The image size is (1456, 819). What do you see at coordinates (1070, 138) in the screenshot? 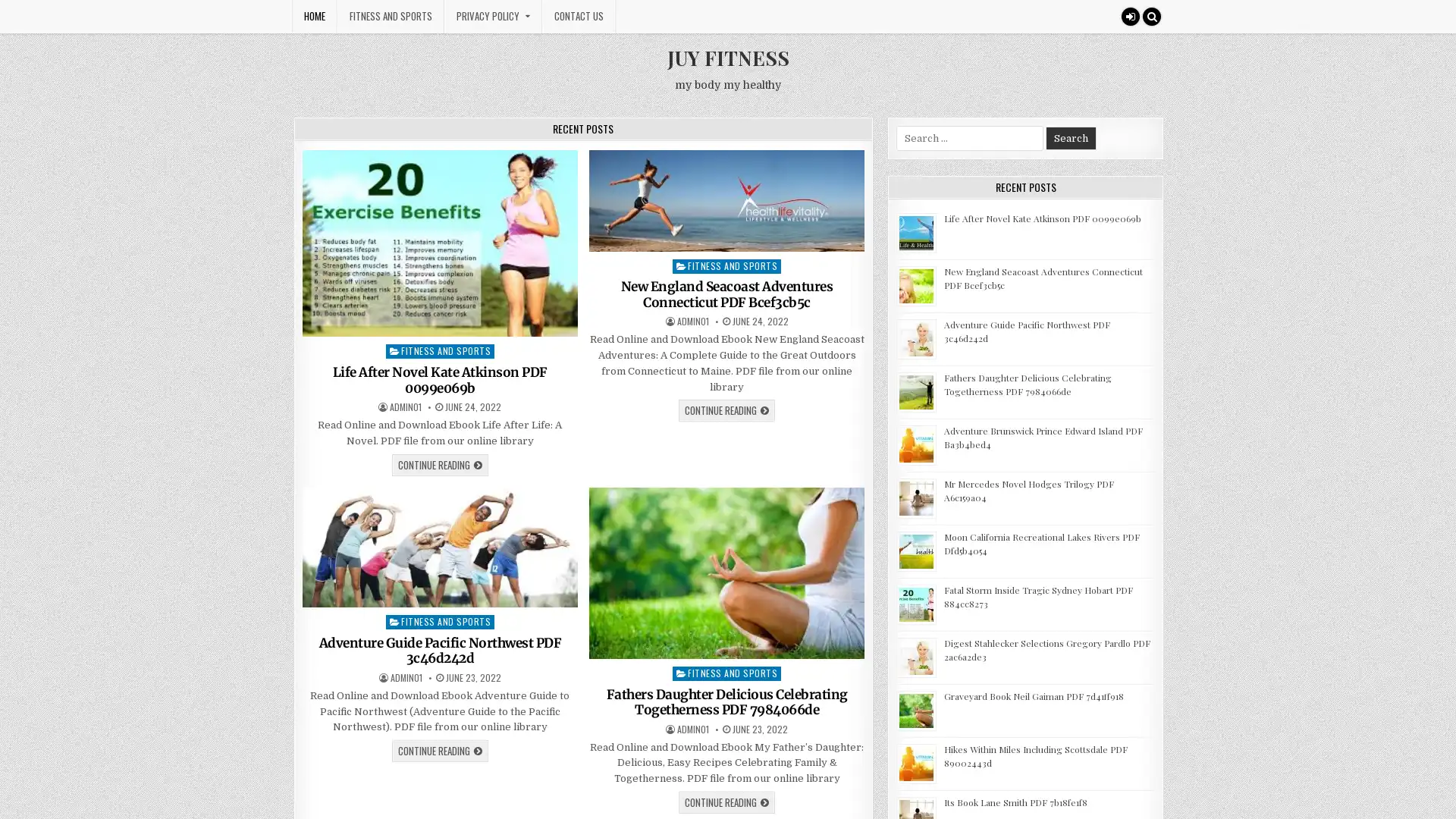
I see `Search` at bounding box center [1070, 138].